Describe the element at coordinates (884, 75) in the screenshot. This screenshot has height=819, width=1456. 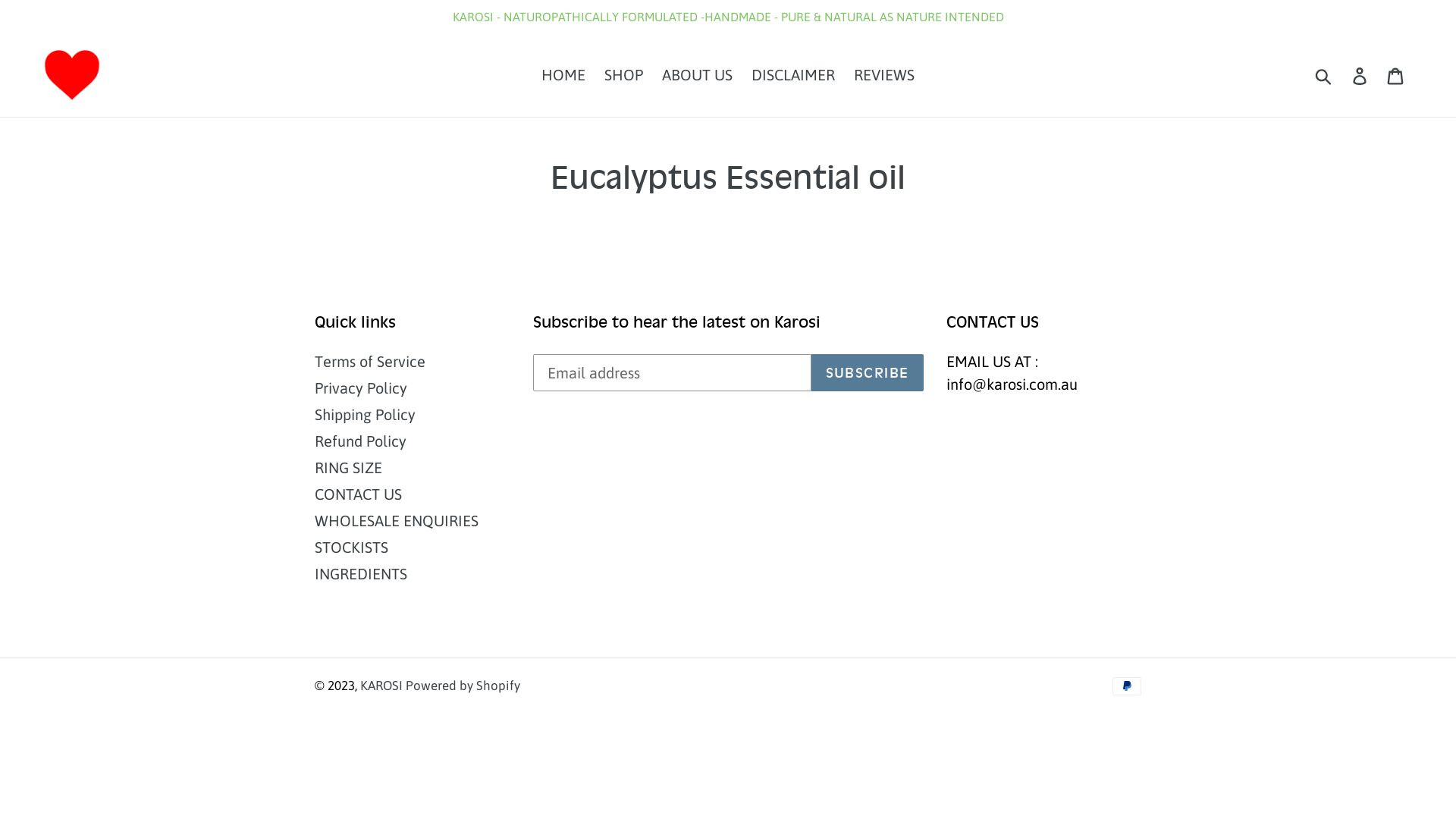
I see `'REVIEWS'` at that location.